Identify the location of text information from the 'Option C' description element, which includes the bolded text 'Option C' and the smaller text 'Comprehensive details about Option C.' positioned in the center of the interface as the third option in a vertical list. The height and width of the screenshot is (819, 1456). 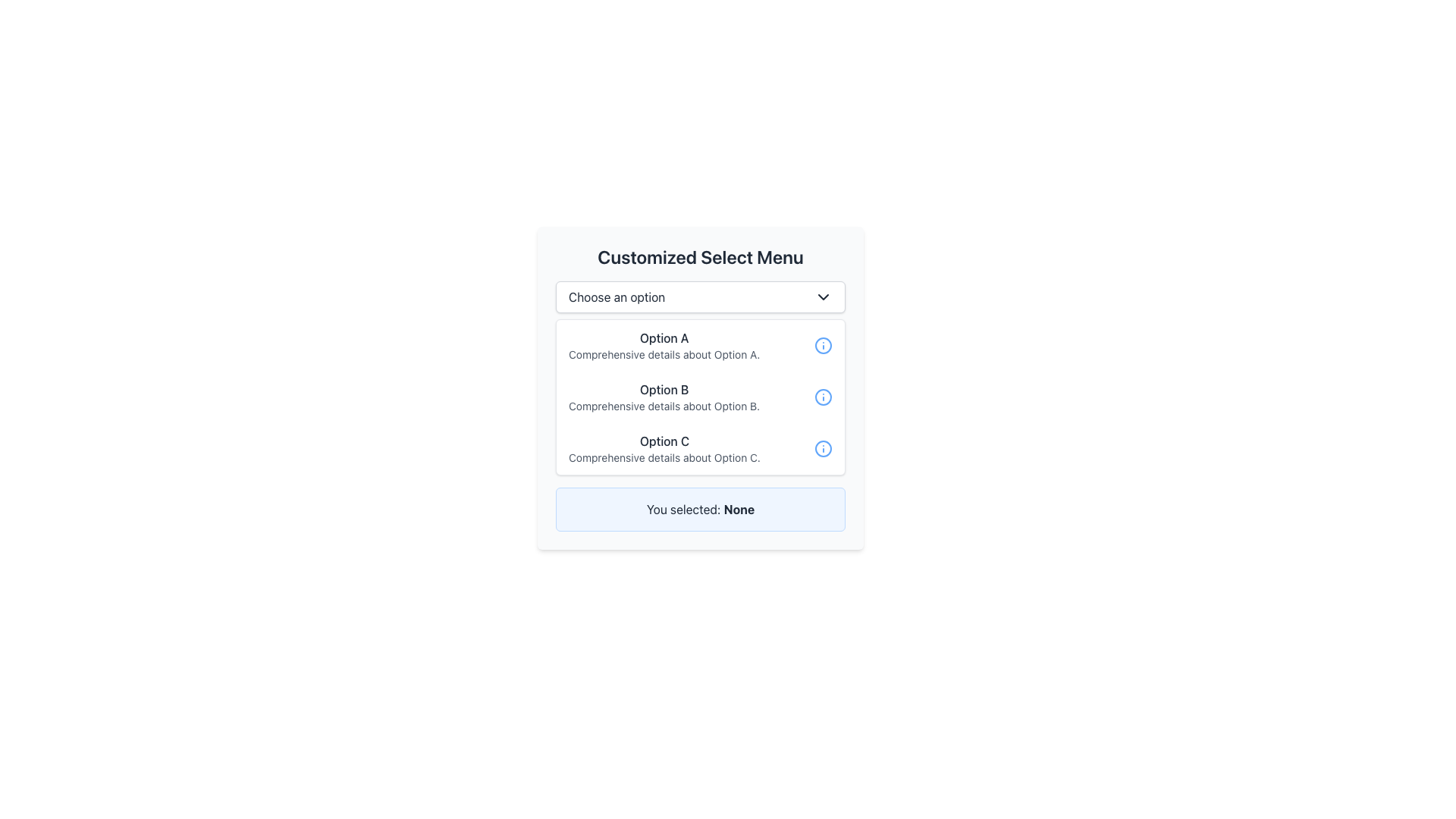
(664, 447).